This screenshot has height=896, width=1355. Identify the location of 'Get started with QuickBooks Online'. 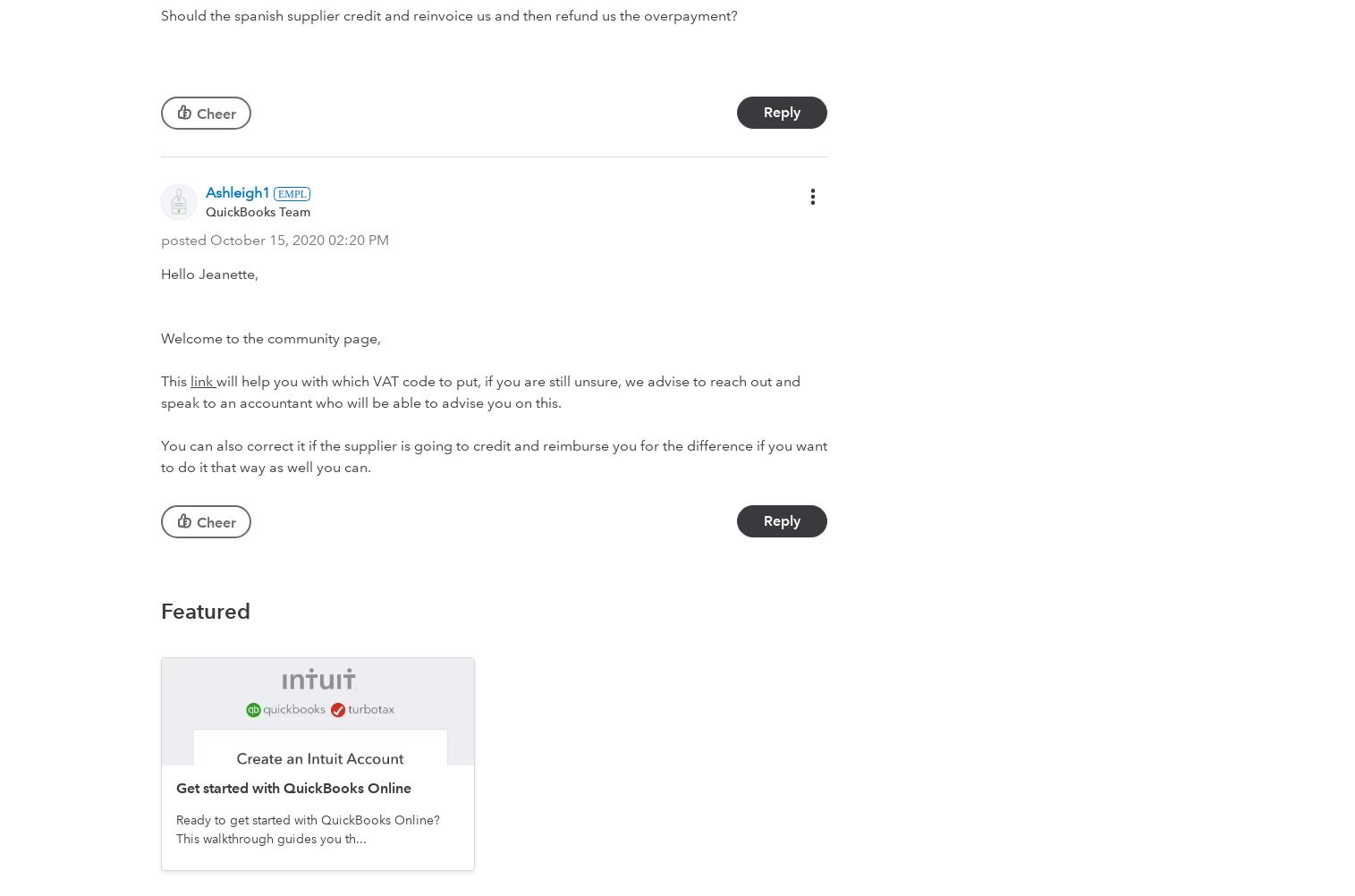
(174, 787).